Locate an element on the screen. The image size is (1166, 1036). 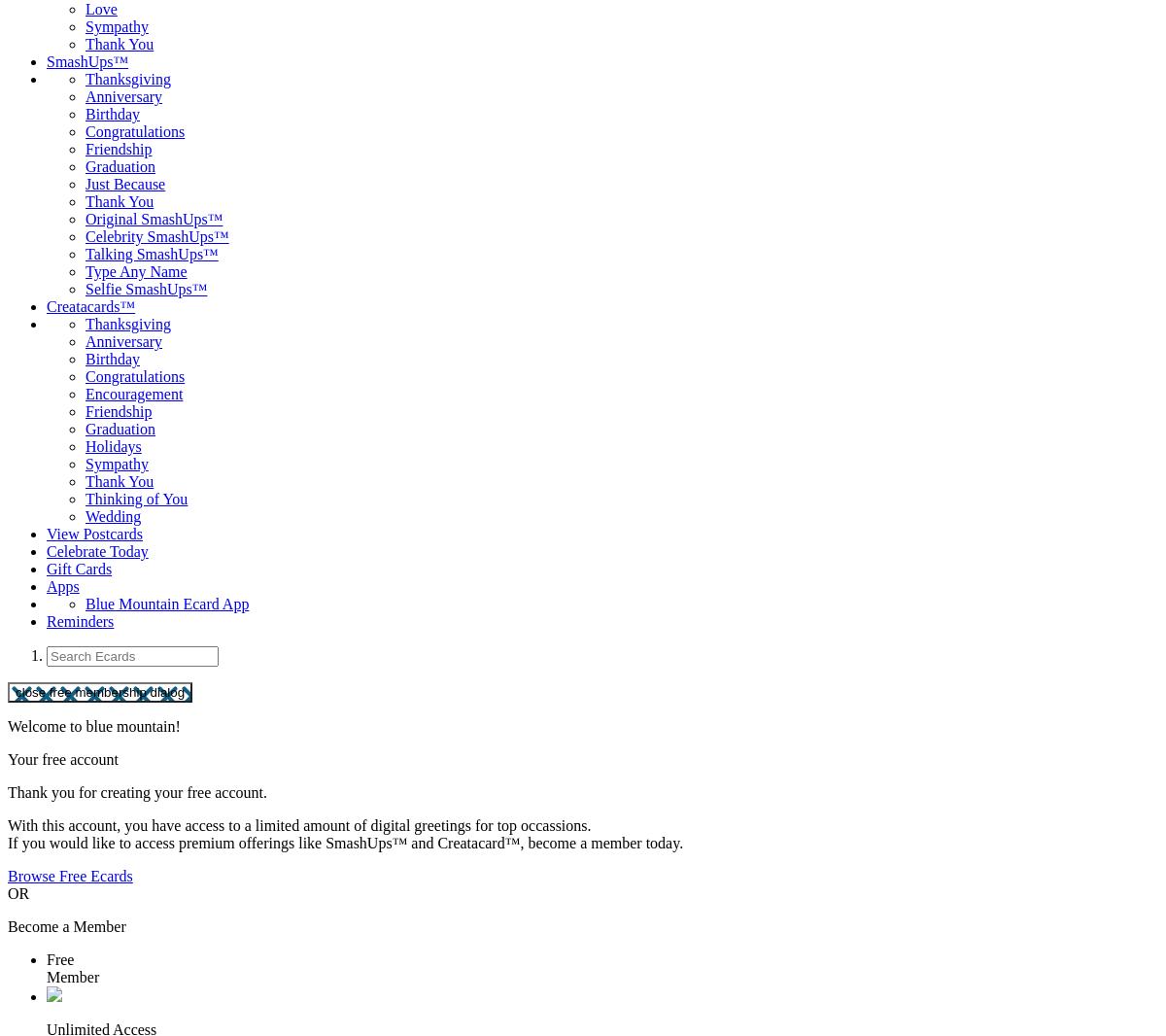
'SmashUps™' is located at coordinates (87, 60).